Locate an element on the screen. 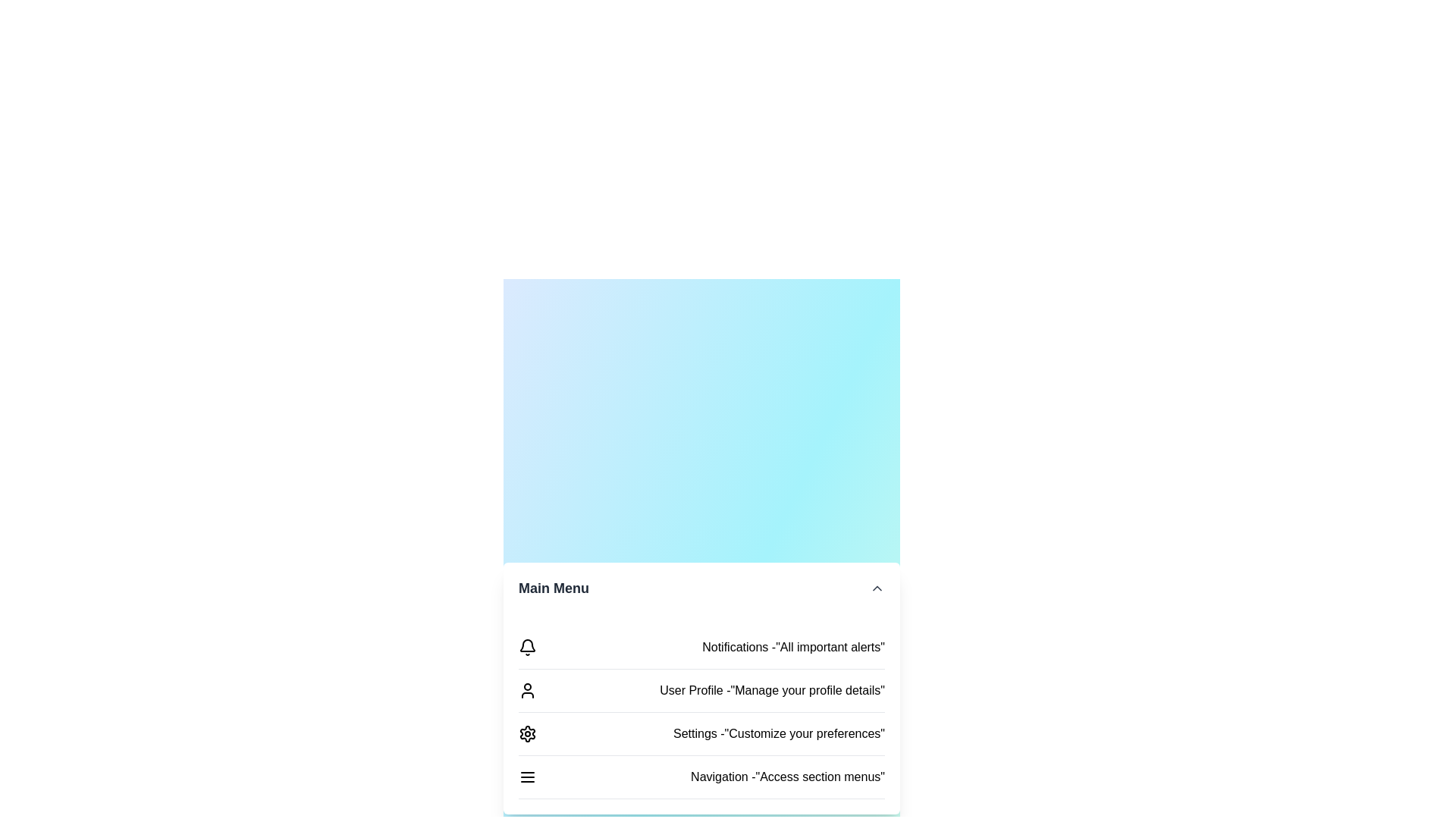  chevron button to toggle the menu visibility is located at coordinates (877, 587).